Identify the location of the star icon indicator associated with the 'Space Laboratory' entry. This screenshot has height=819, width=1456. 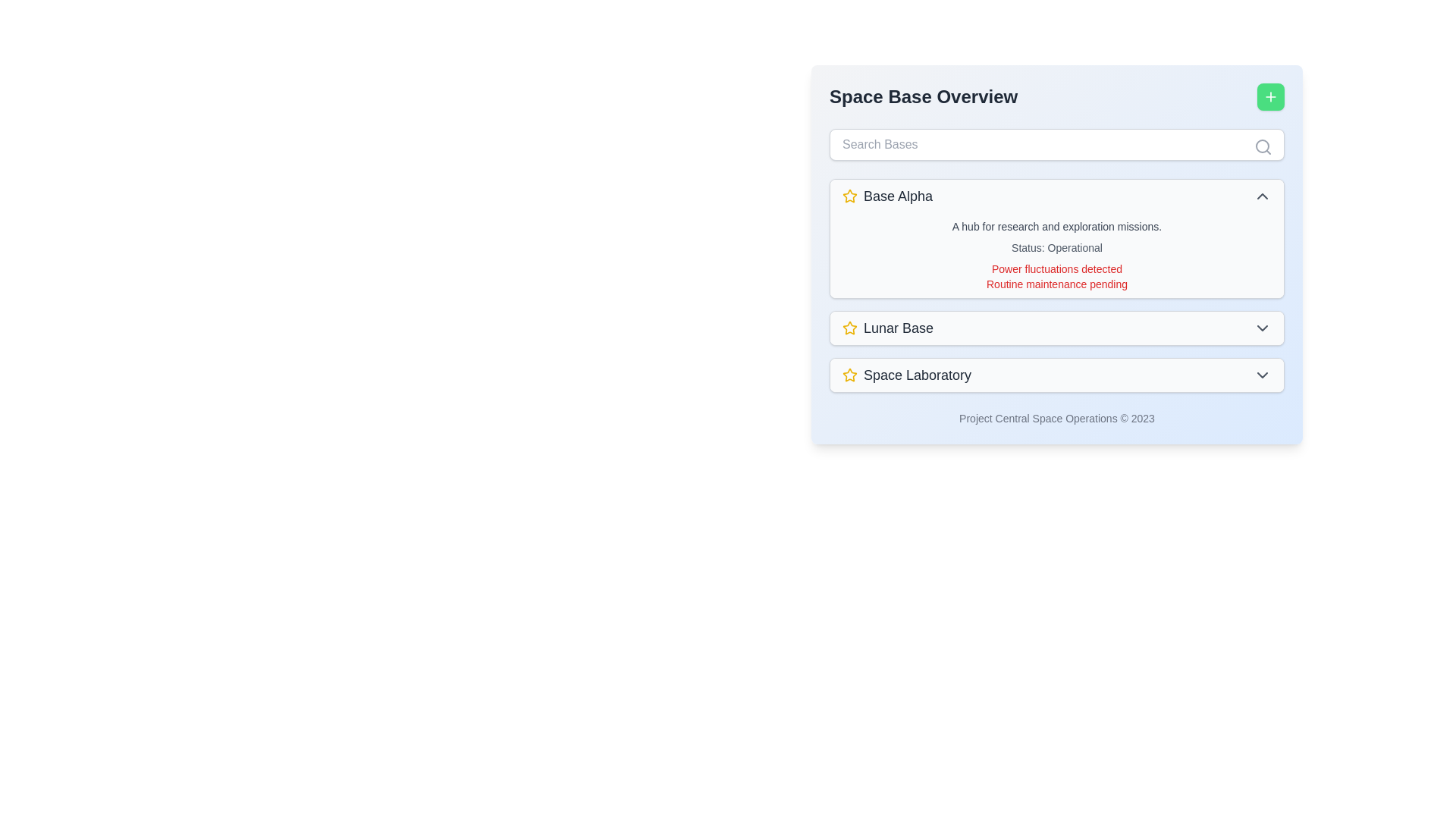
(848, 327).